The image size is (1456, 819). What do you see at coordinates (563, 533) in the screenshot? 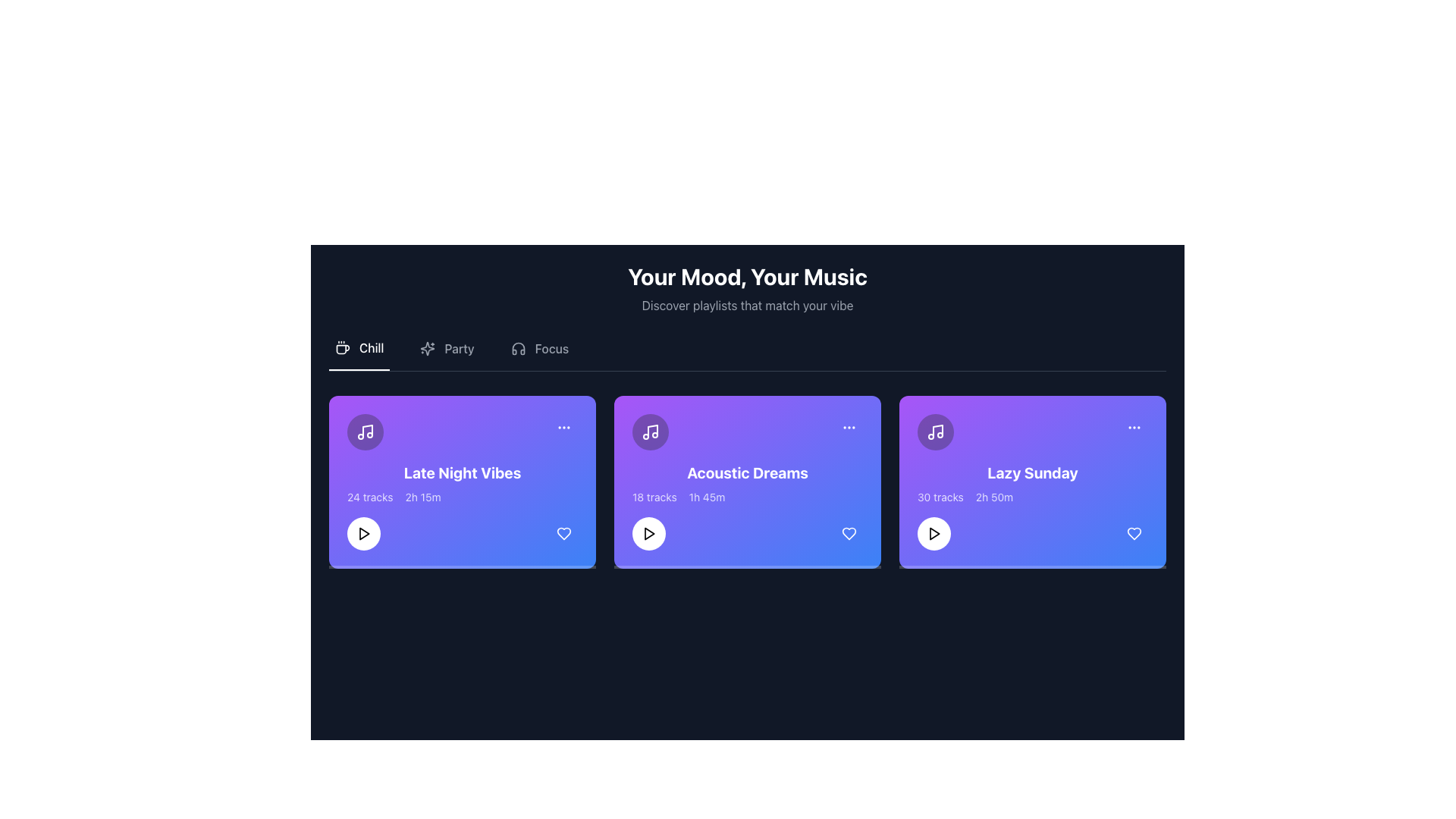
I see `the 'favorite' button for the 'Late Night Vibes' playlist` at bounding box center [563, 533].